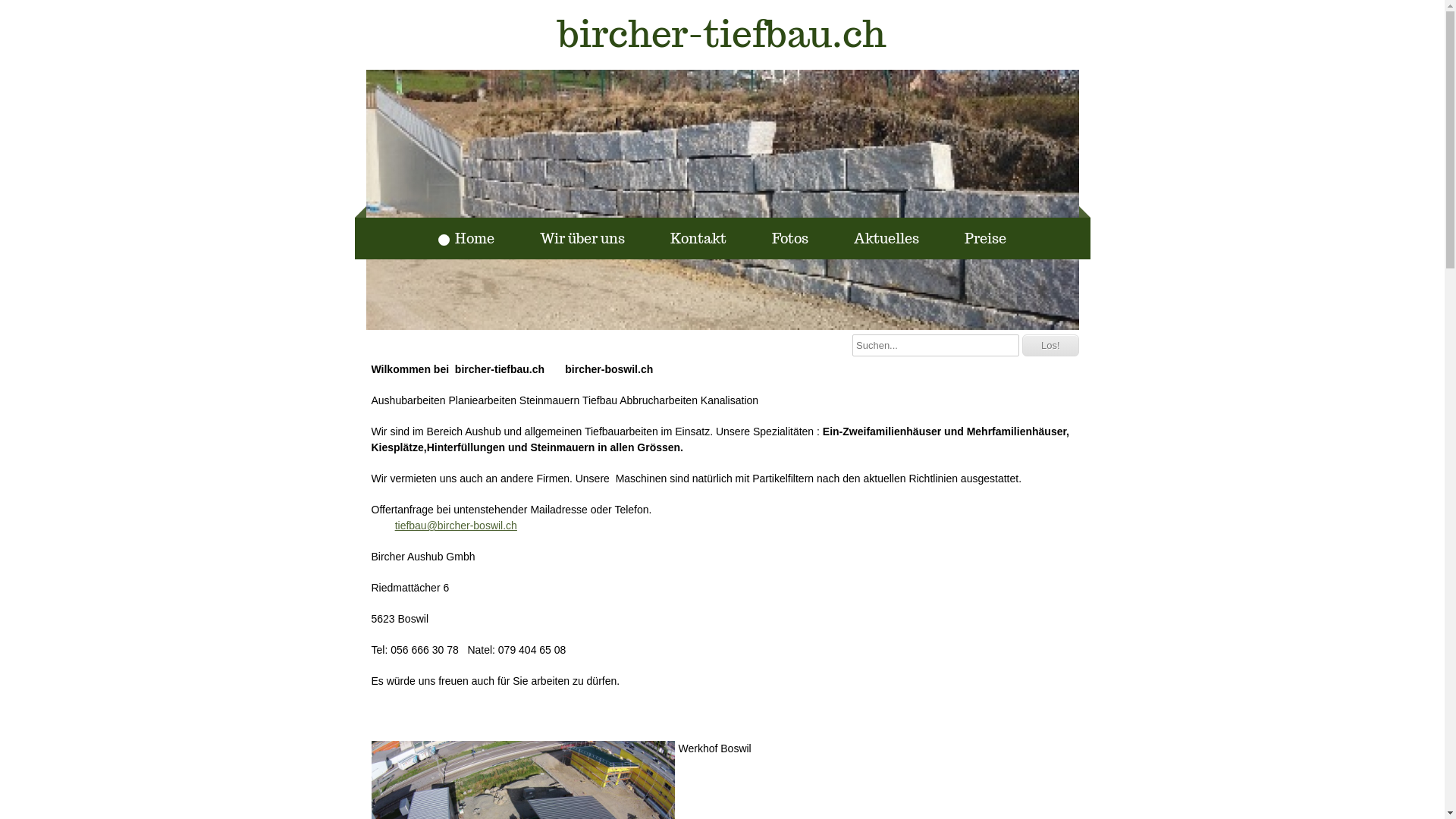 The image size is (1456, 819). I want to click on 'bircher-tiefbau.ch', so click(720, 34).